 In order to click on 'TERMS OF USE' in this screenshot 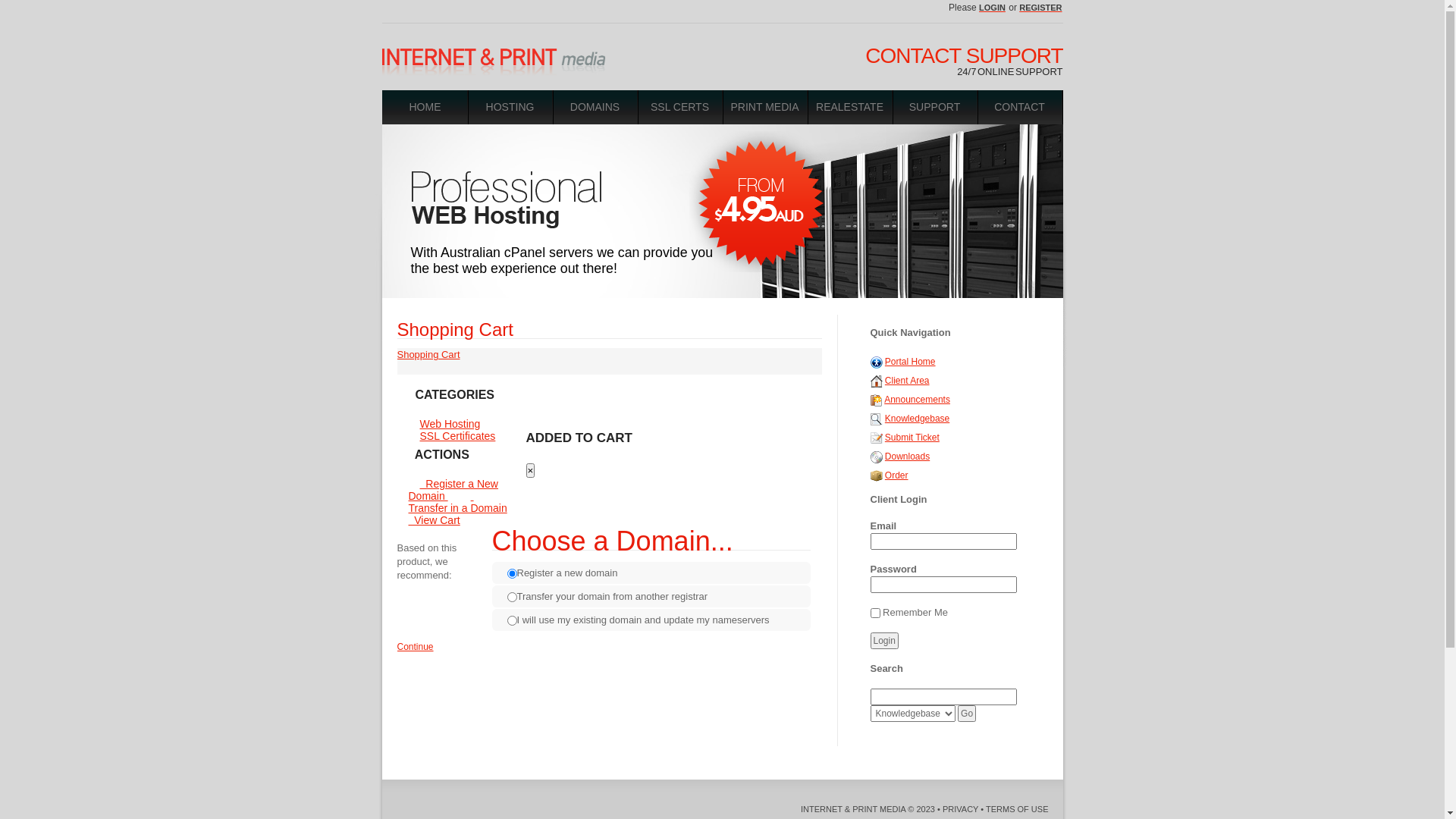, I will do `click(1017, 808)`.